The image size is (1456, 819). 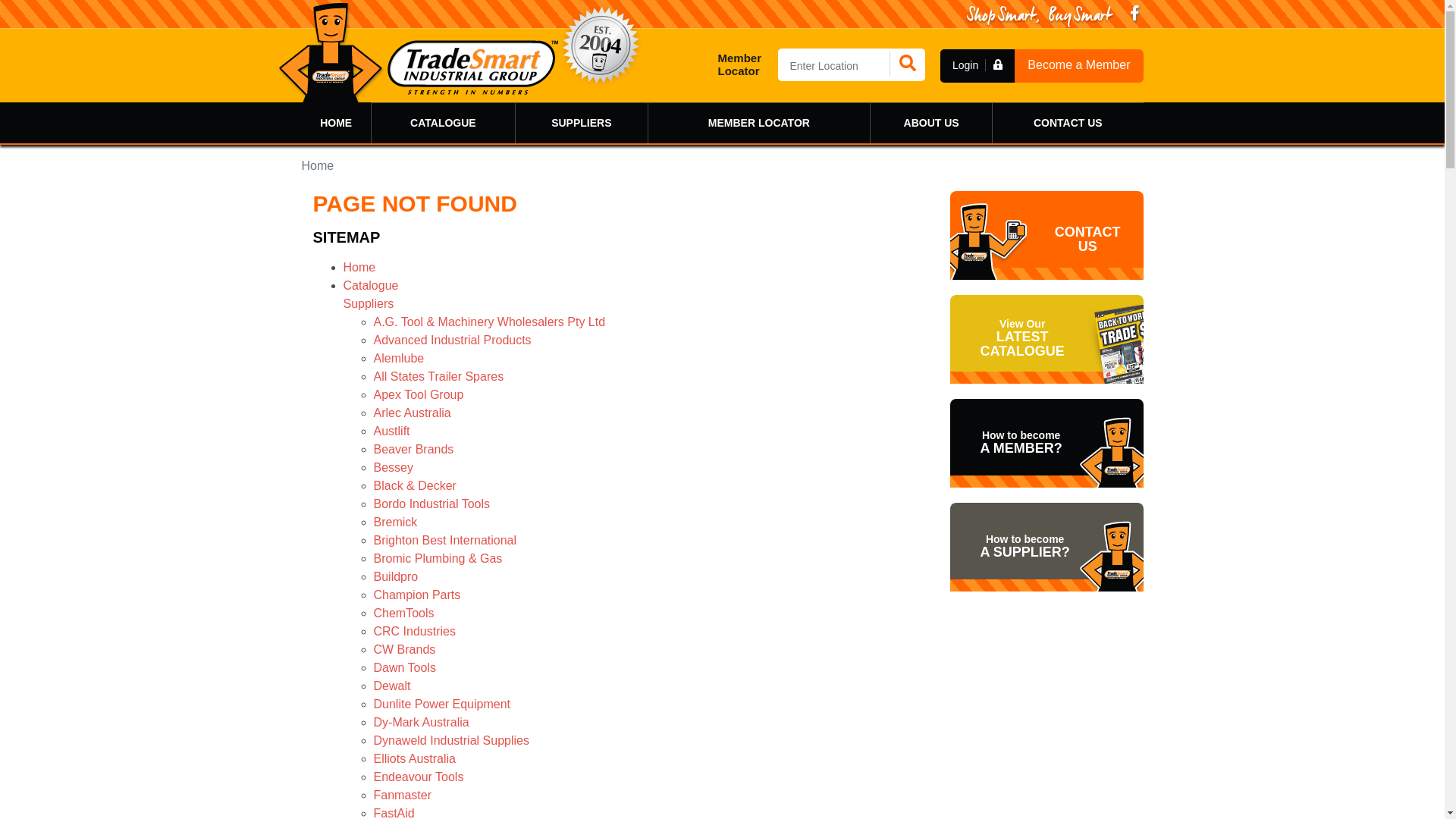 What do you see at coordinates (759, 122) in the screenshot?
I see `'MEMBER LOCATOR'` at bounding box center [759, 122].